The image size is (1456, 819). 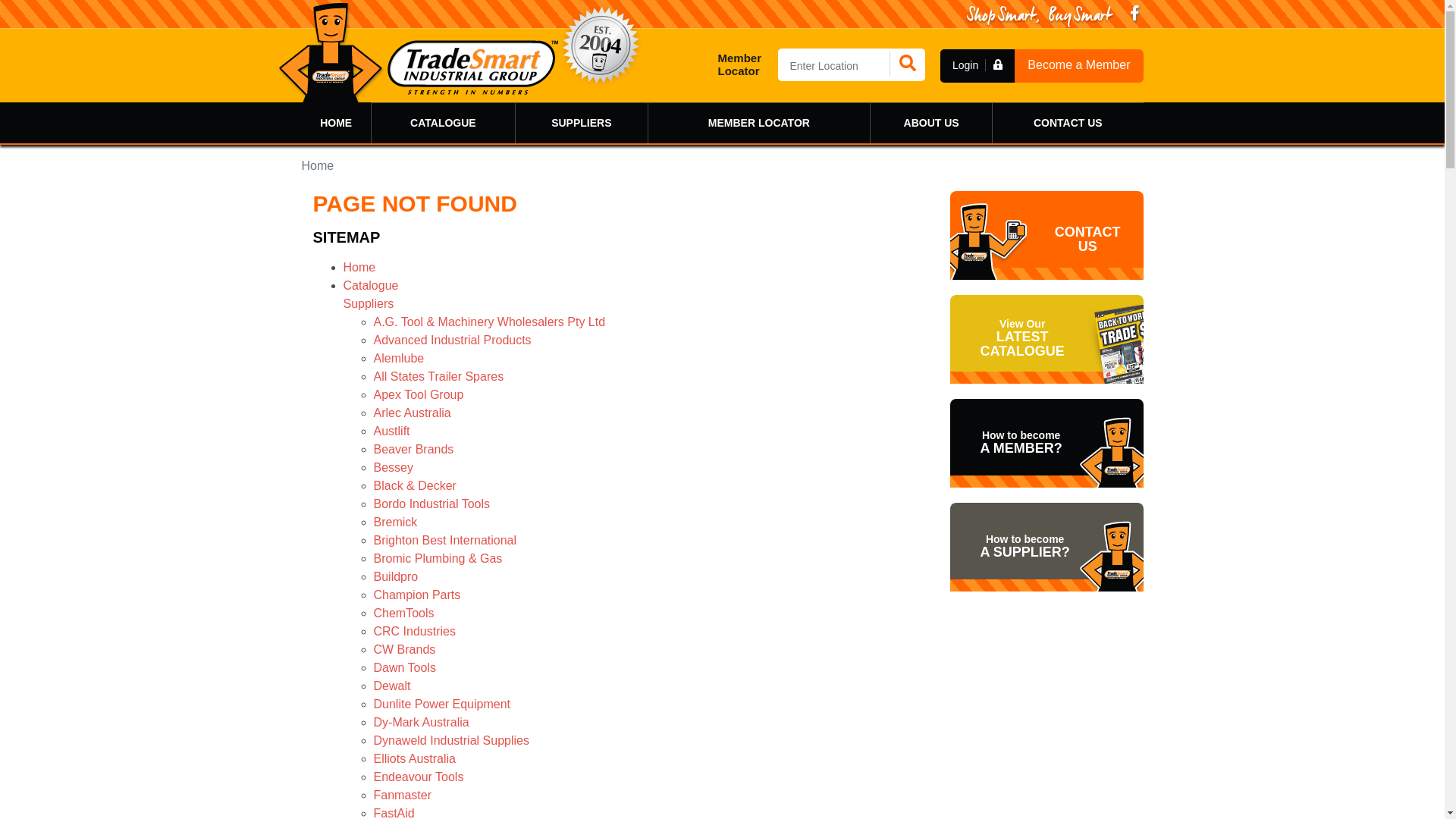 What do you see at coordinates (759, 122) in the screenshot?
I see `'MEMBER LOCATOR'` at bounding box center [759, 122].